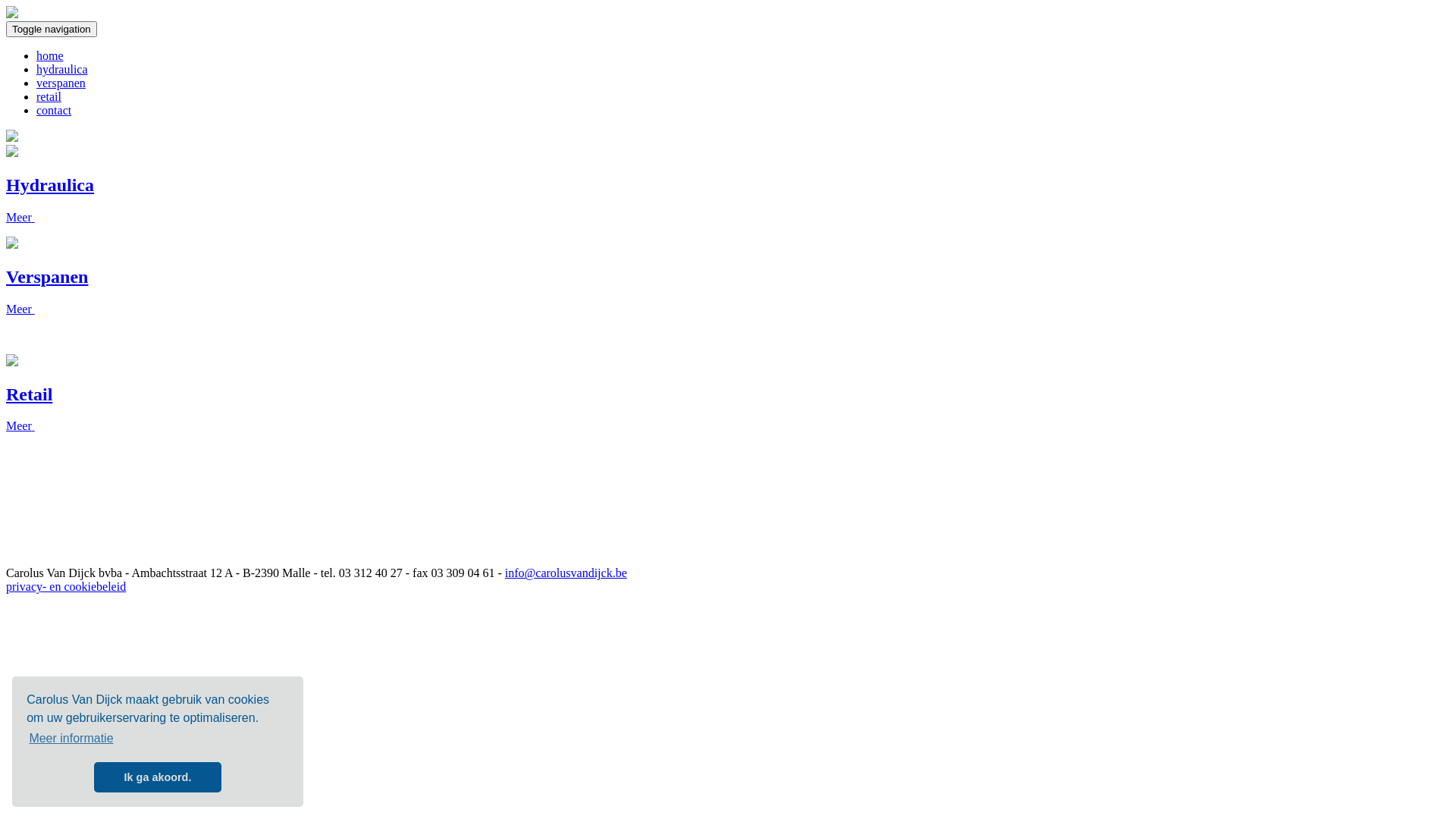 Image resolution: width=1456 pixels, height=819 pixels. Describe the element at coordinates (20, 217) in the screenshot. I see `'Meer '` at that location.